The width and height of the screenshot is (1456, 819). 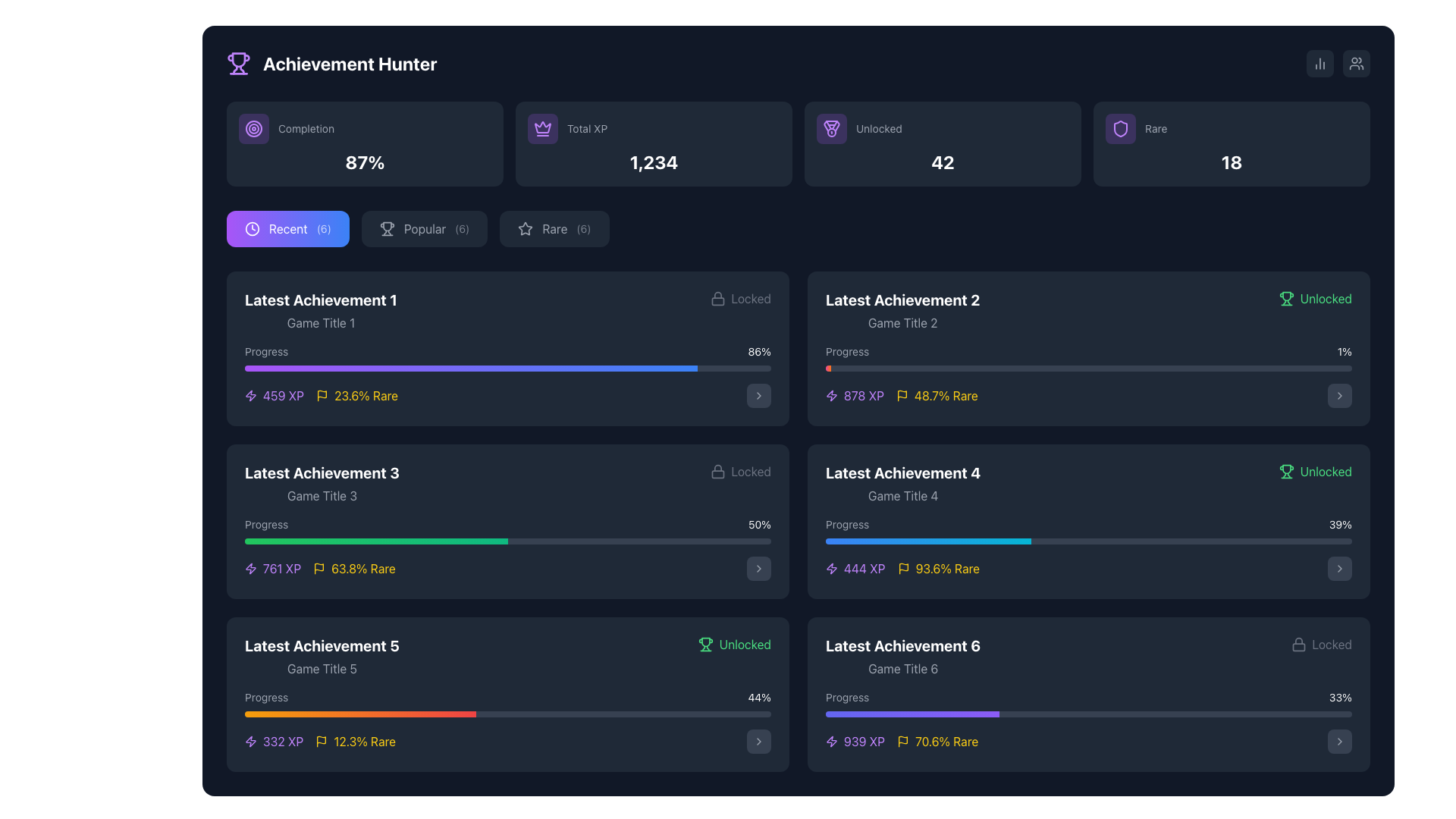 I want to click on visual information from the informational icon located in the top-left section of the layout, which is associated with achievements or progression data, so click(x=322, y=394).